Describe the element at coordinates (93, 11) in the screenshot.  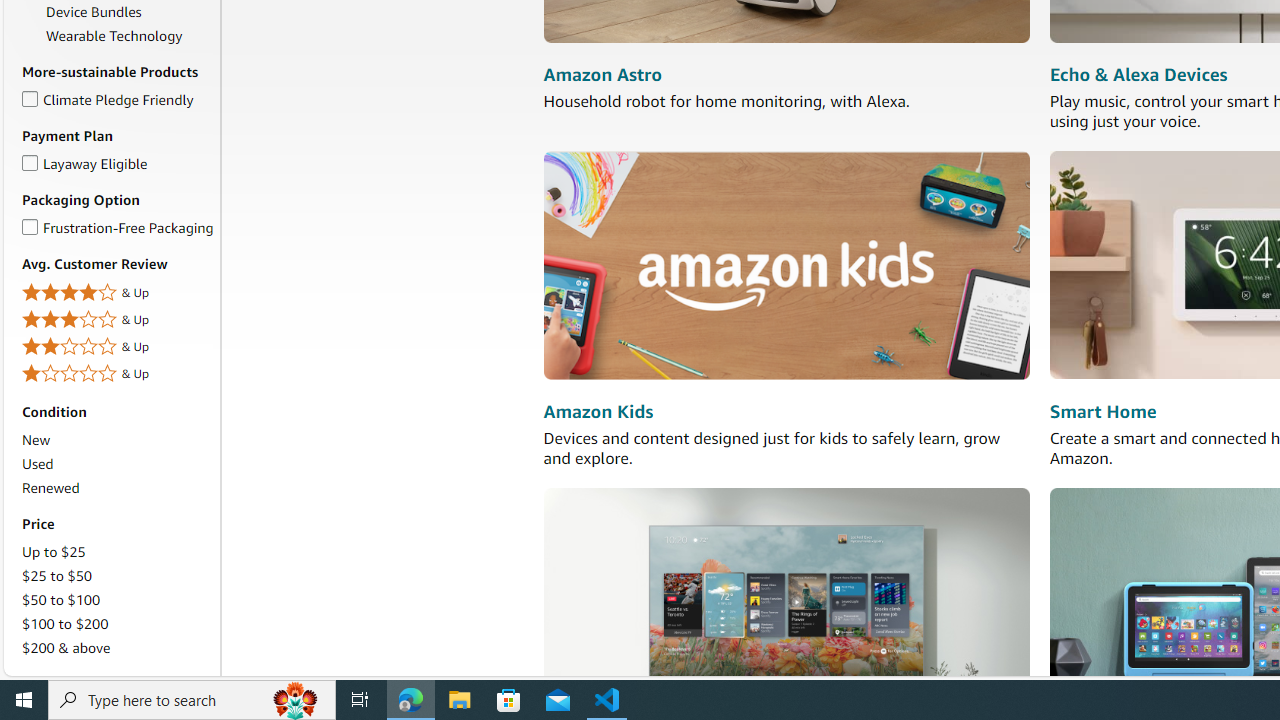
I see `'Device Bundles'` at that location.